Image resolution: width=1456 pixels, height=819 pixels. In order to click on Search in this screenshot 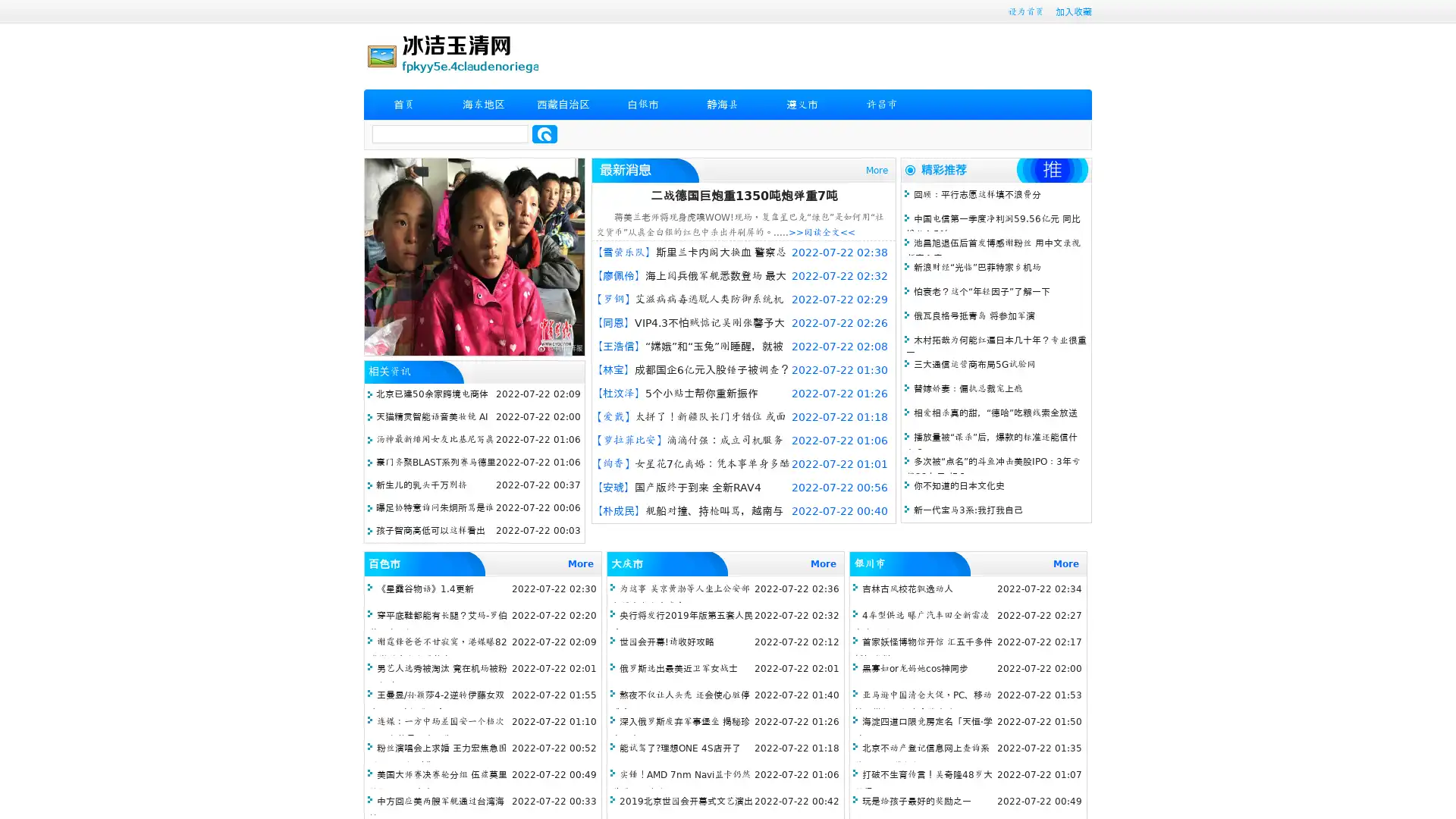, I will do `click(544, 133)`.